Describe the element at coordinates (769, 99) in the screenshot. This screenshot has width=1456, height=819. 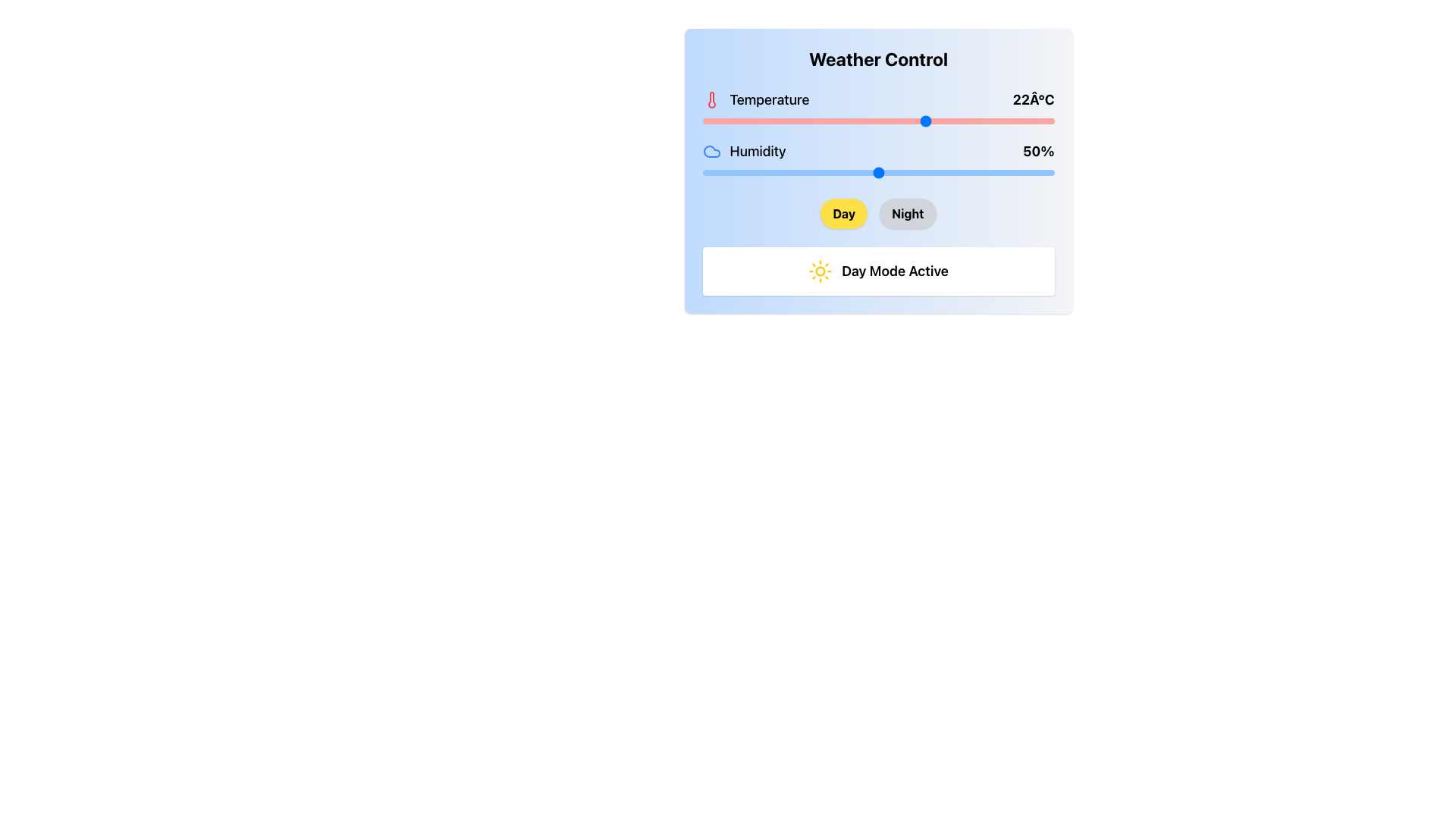
I see `the Text Label that indicates the temperature display and adjustment controls, positioned to the right of the thermometer icon under the main title 'Weather Control'` at that location.